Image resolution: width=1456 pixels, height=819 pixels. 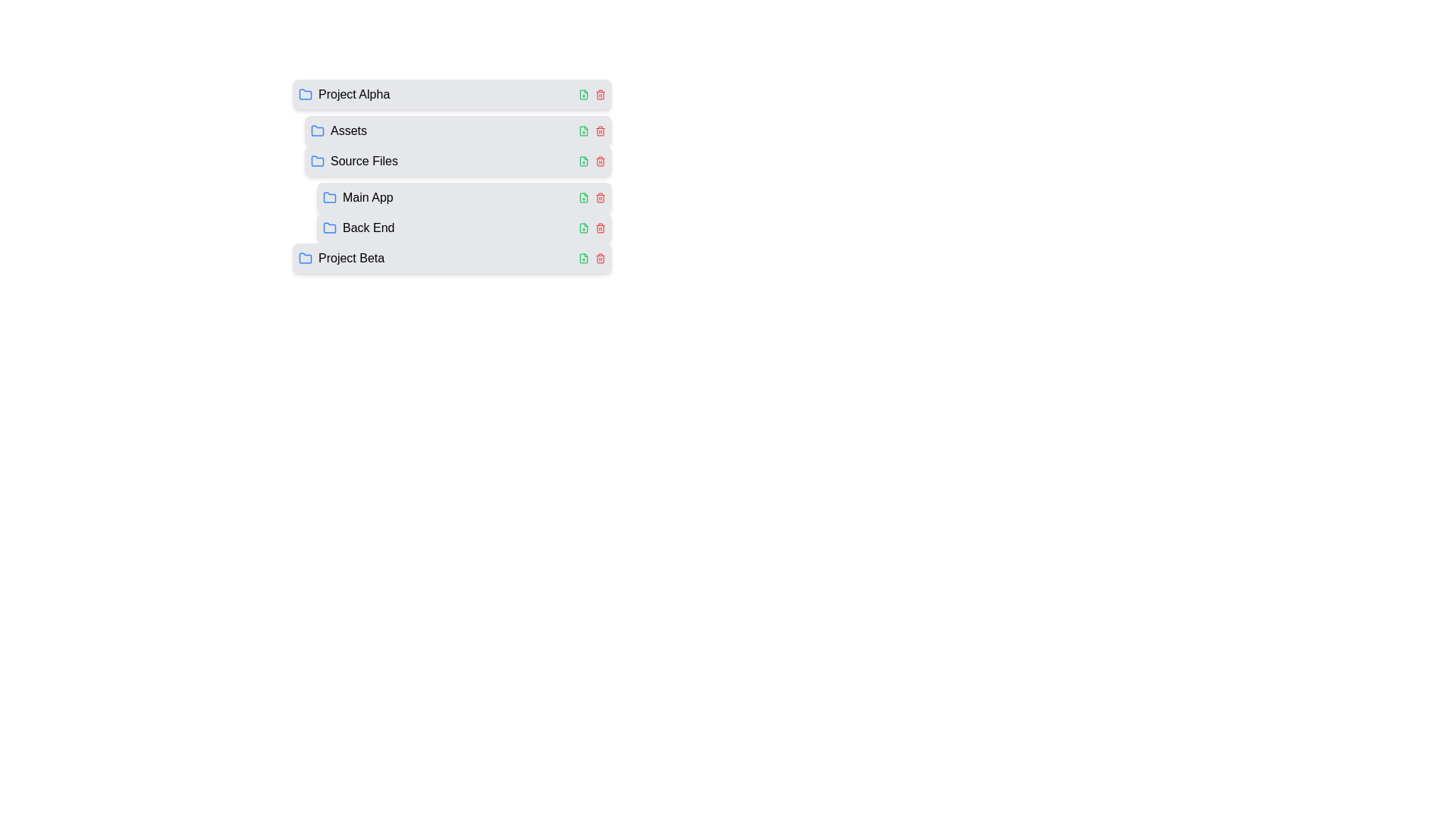 What do you see at coordinates (329, 197) in the screenshot?
I see `the folder icon with a blue outline located to the left of the text 'Main App'` at bounding box center [329, 197].